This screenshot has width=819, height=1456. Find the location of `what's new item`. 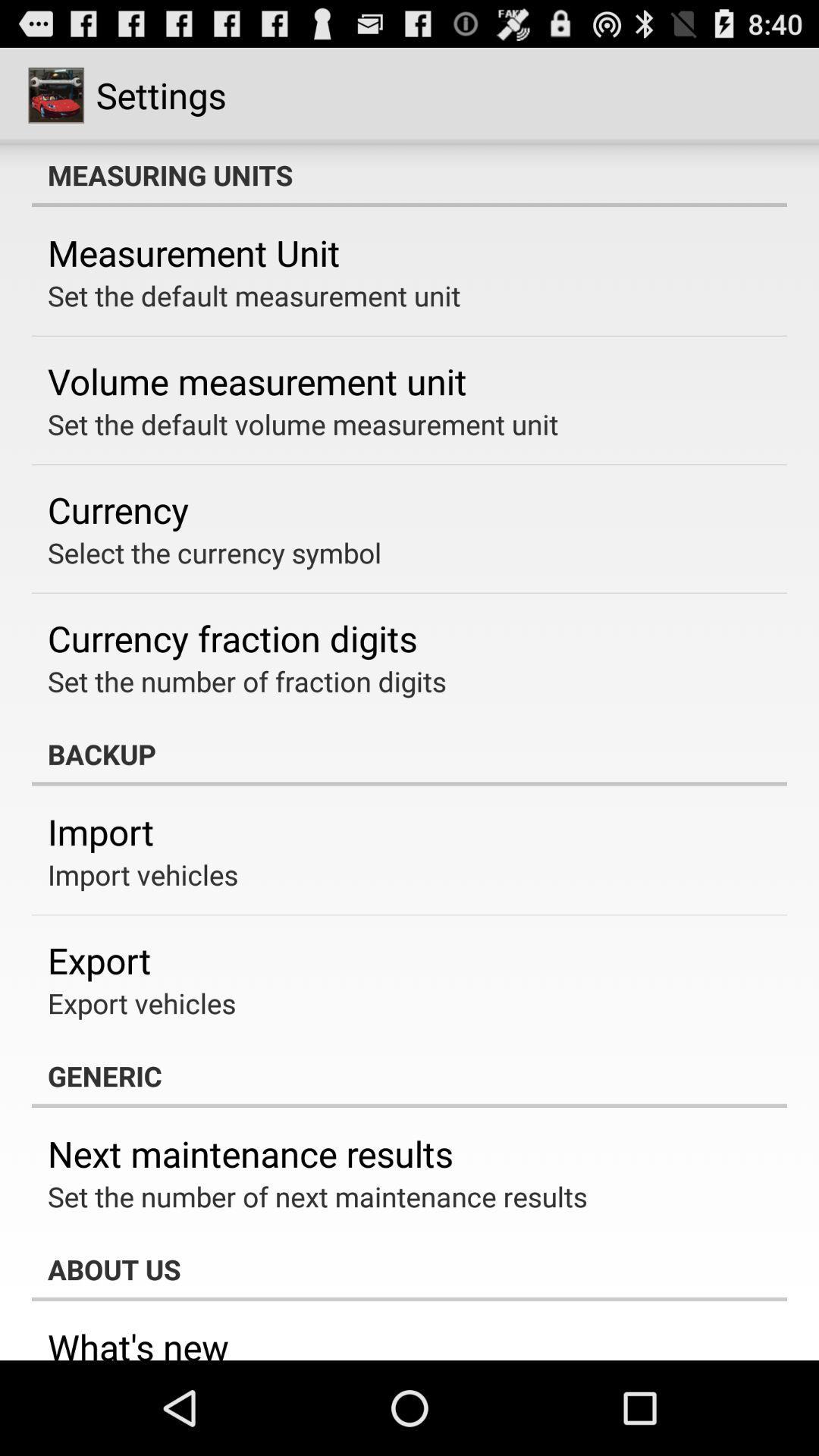

what's new item is located at coordinates (138, 1341).